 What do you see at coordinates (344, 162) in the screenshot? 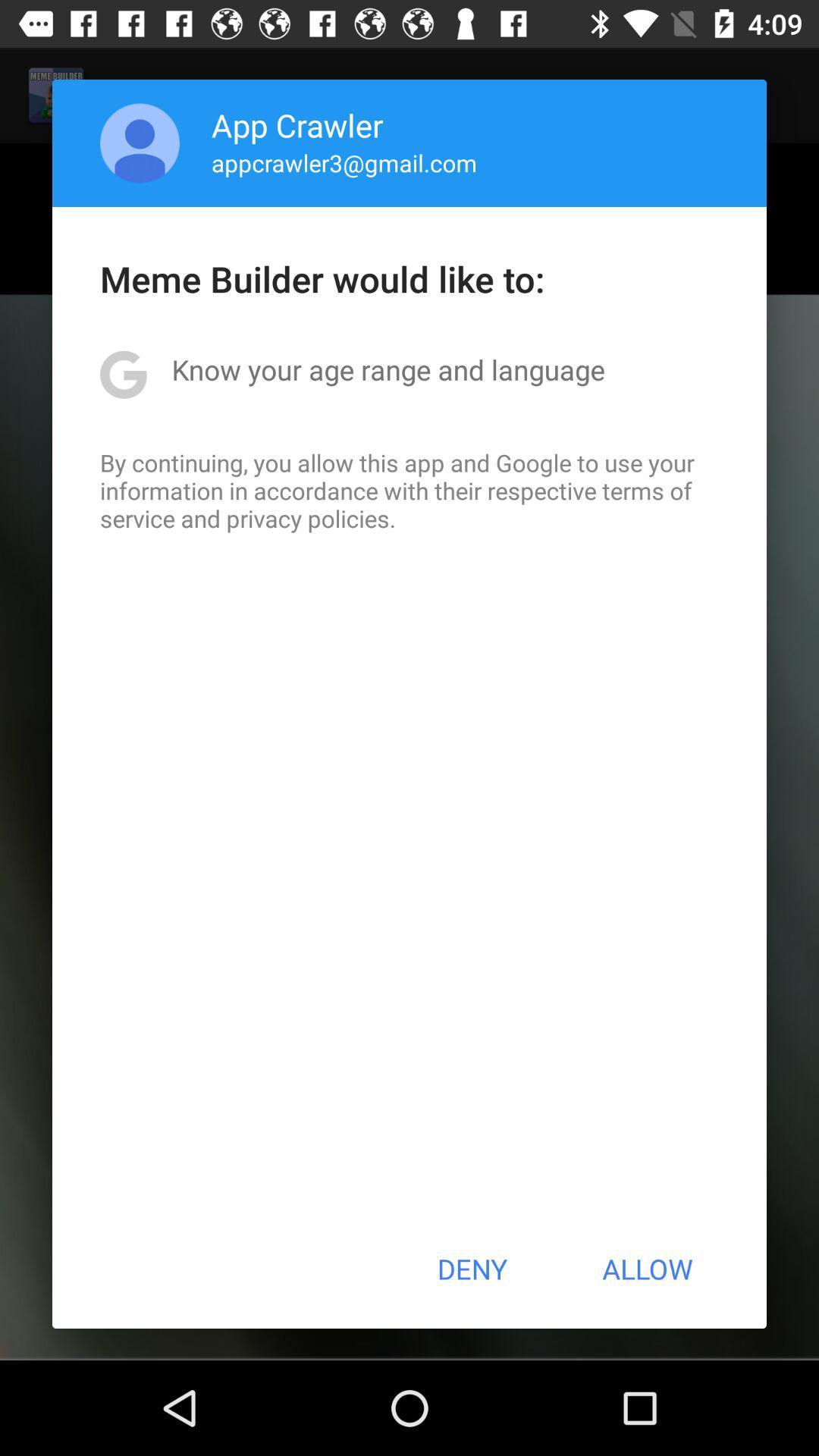
I see `the appcrawler3@gmail.com item` at bounding box center [344, 162].